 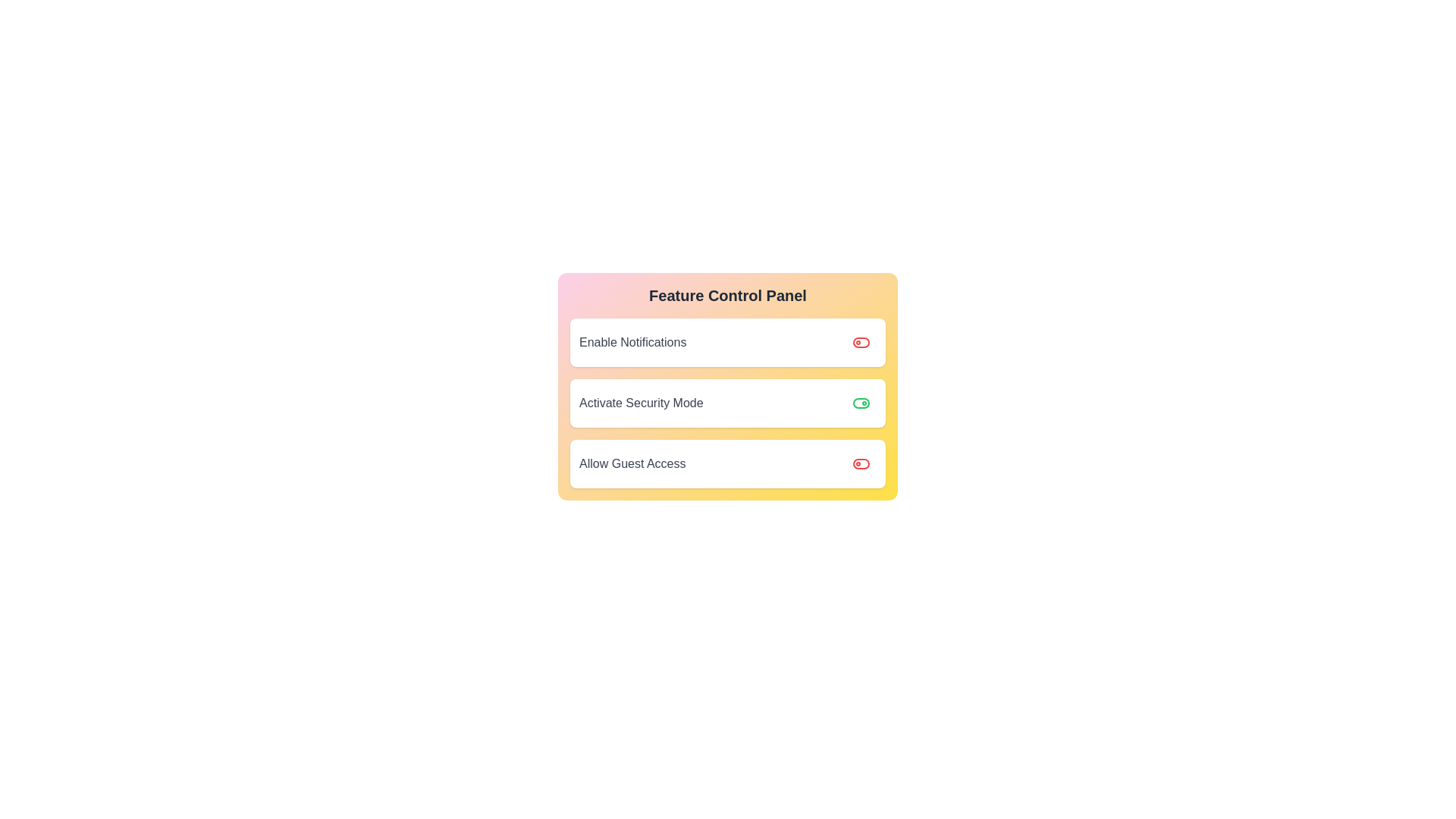 I want to click on the toggle switch base for the 'Activate Security Mode' option in the 'Feature Control Panel', which visually indicates the switch's position between on and off states, so click(x=861, y=403).